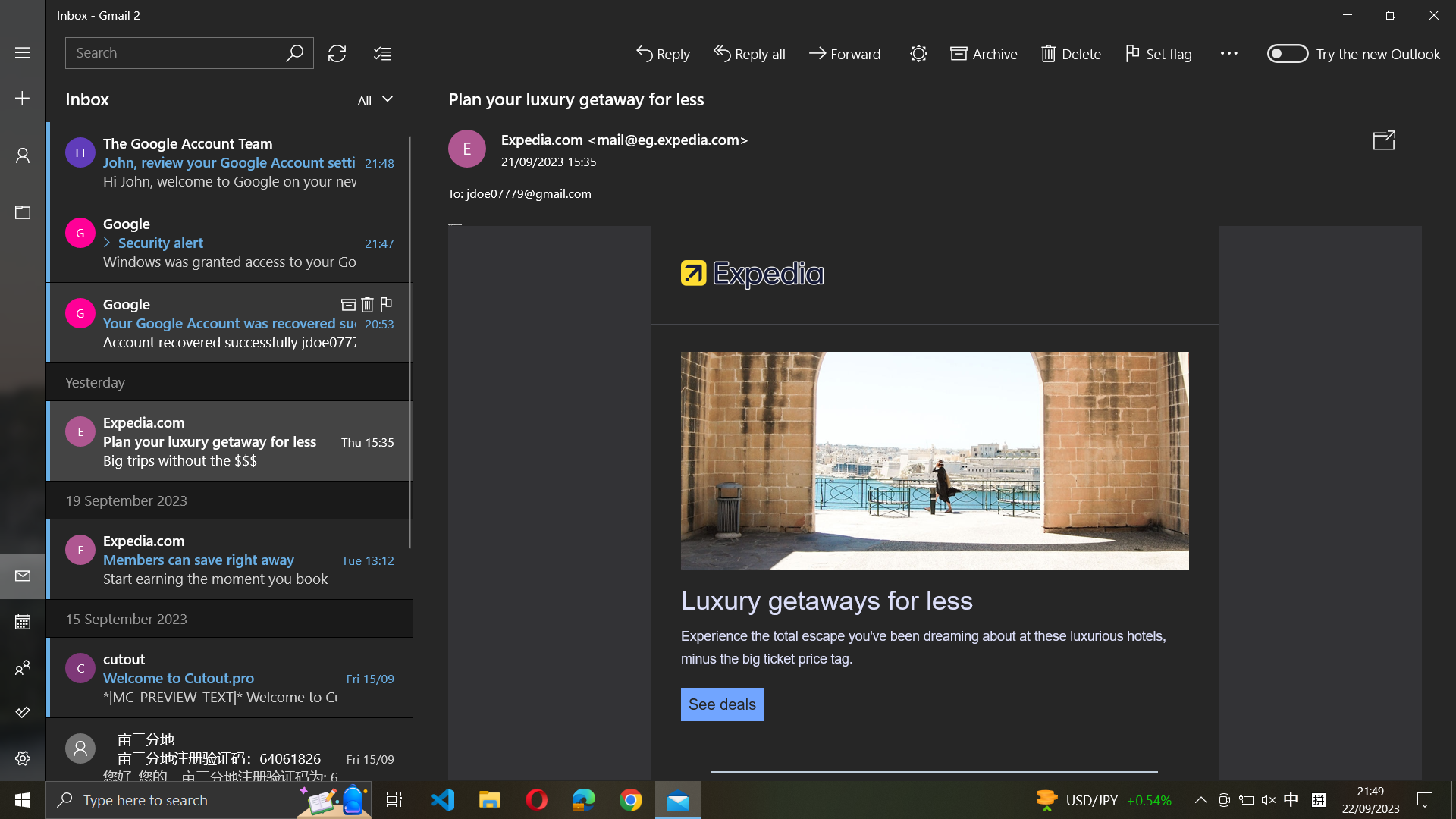  Describe the element at coordinates (982, 51) in the screenshot. I see `Move the present email to archive` at that location.